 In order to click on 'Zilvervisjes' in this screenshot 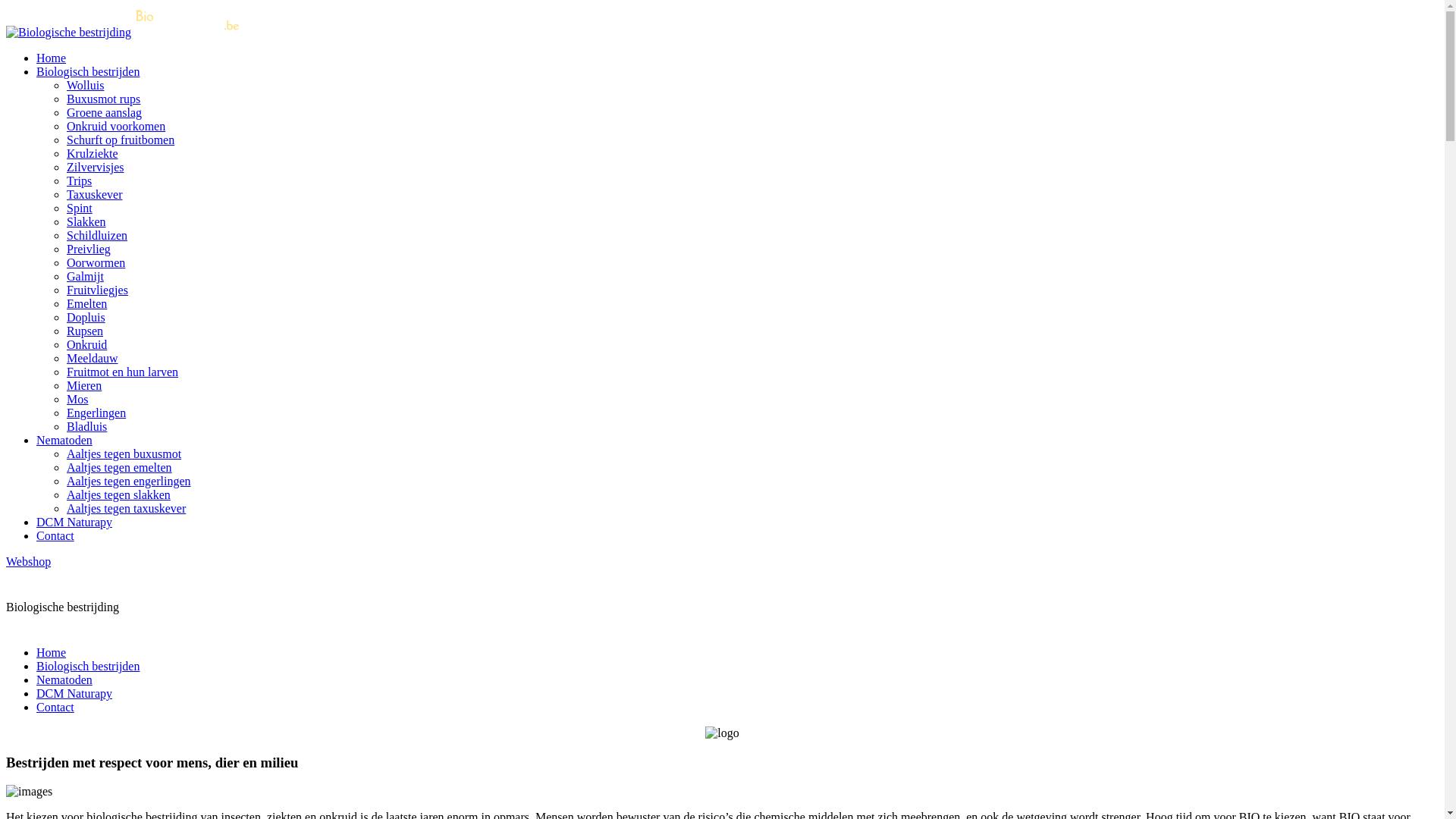, I will do `click(94, 167)`.